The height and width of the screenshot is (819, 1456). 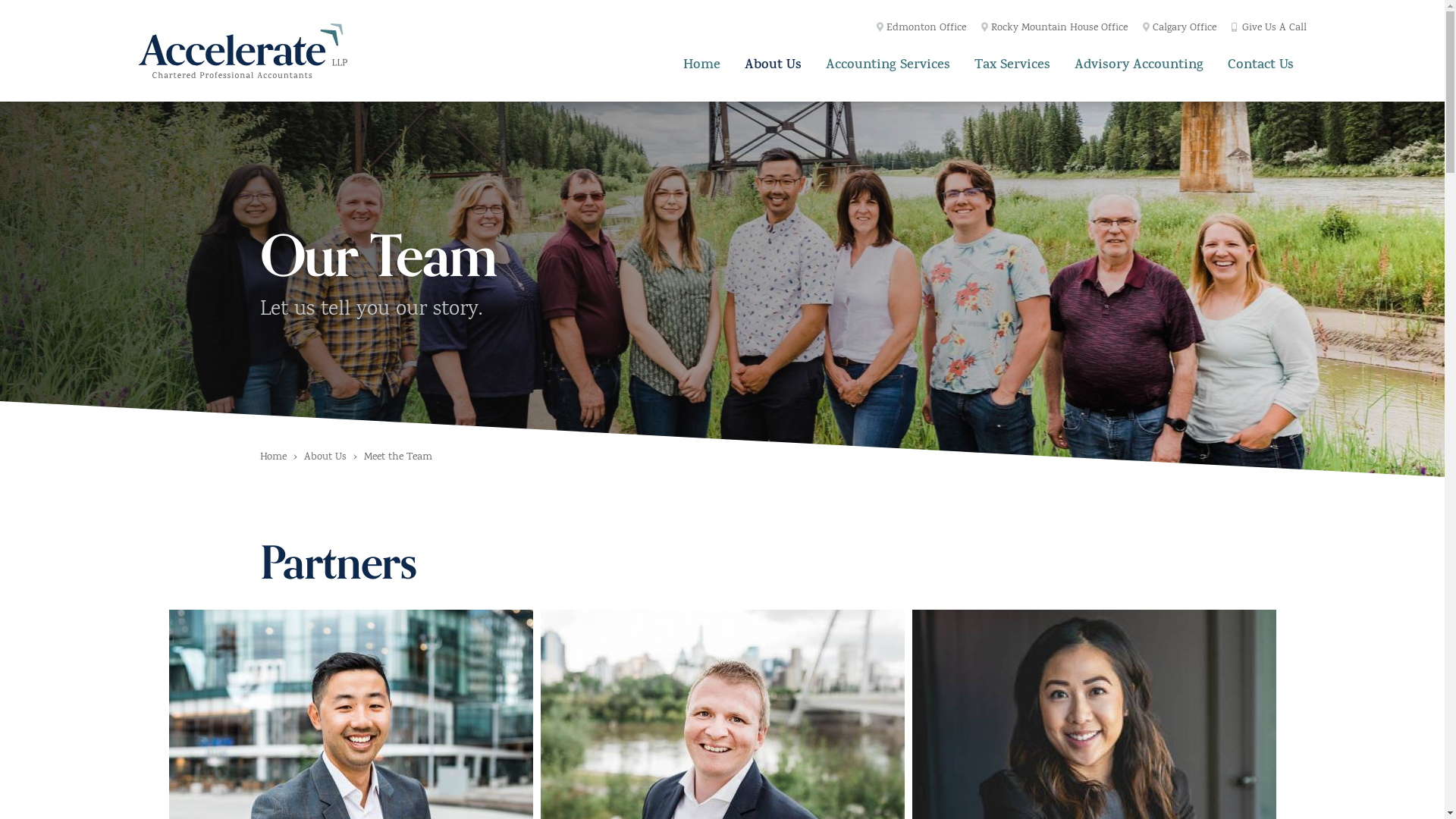 I want to click on 'Accelerate Chartered Professional Accountants', so click(x=241, y=49).